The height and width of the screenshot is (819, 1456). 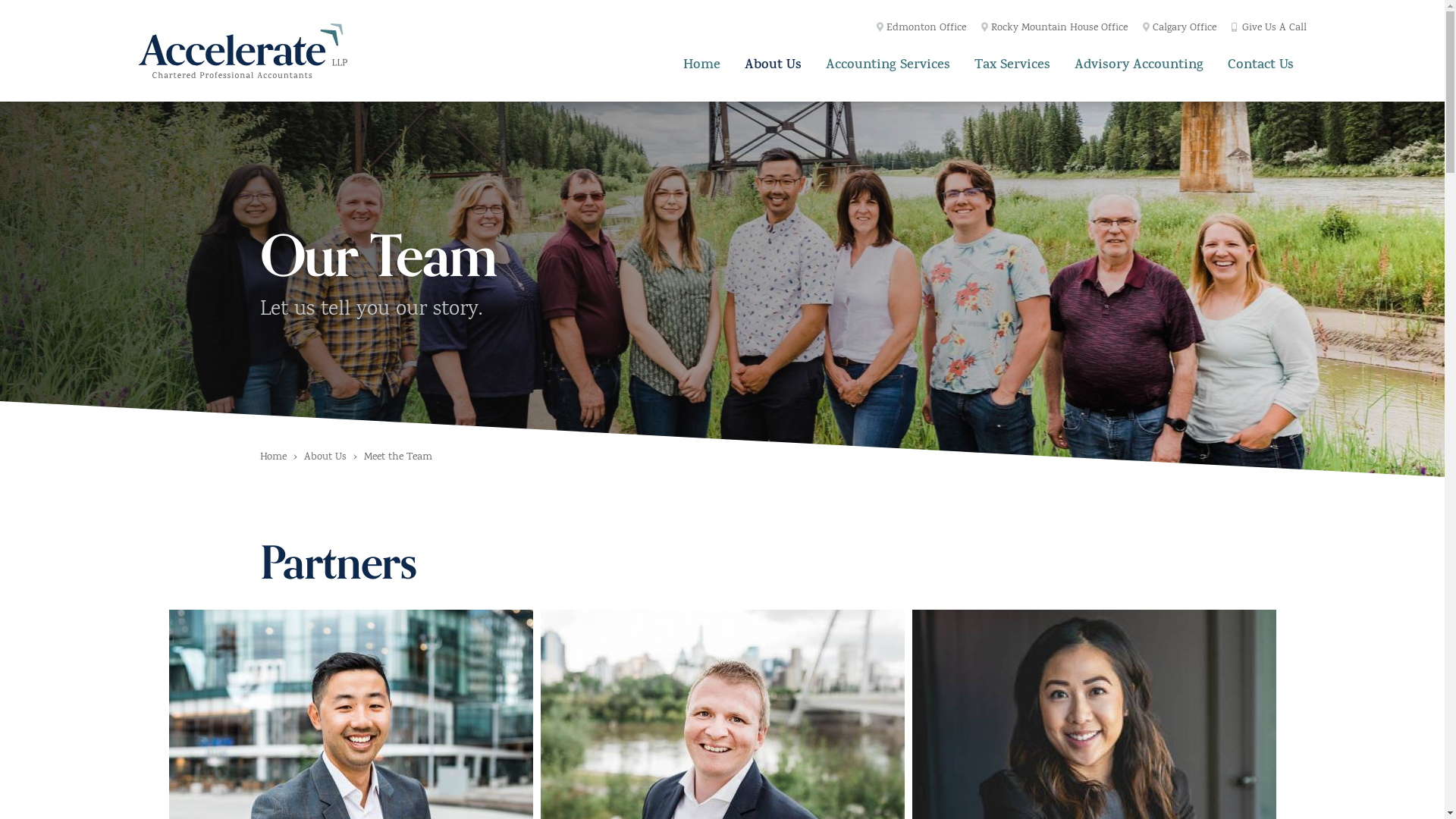 I want to click on 'Accelerate Chartered Professional Accountants', so click(x=241, y=49).